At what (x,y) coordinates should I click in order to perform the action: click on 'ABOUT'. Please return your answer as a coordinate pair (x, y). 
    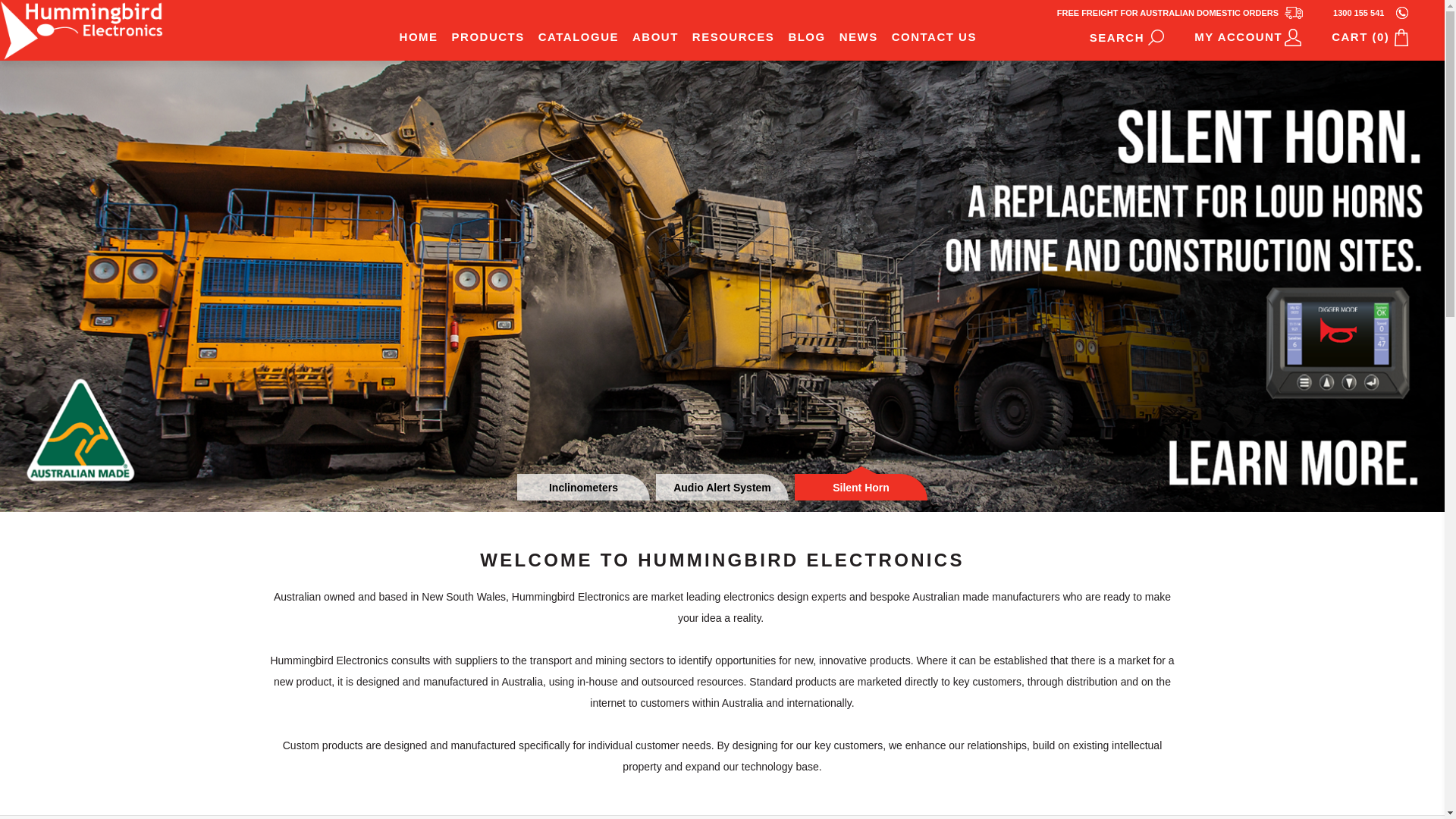
    Looking at the image, I should click on (626, 35).